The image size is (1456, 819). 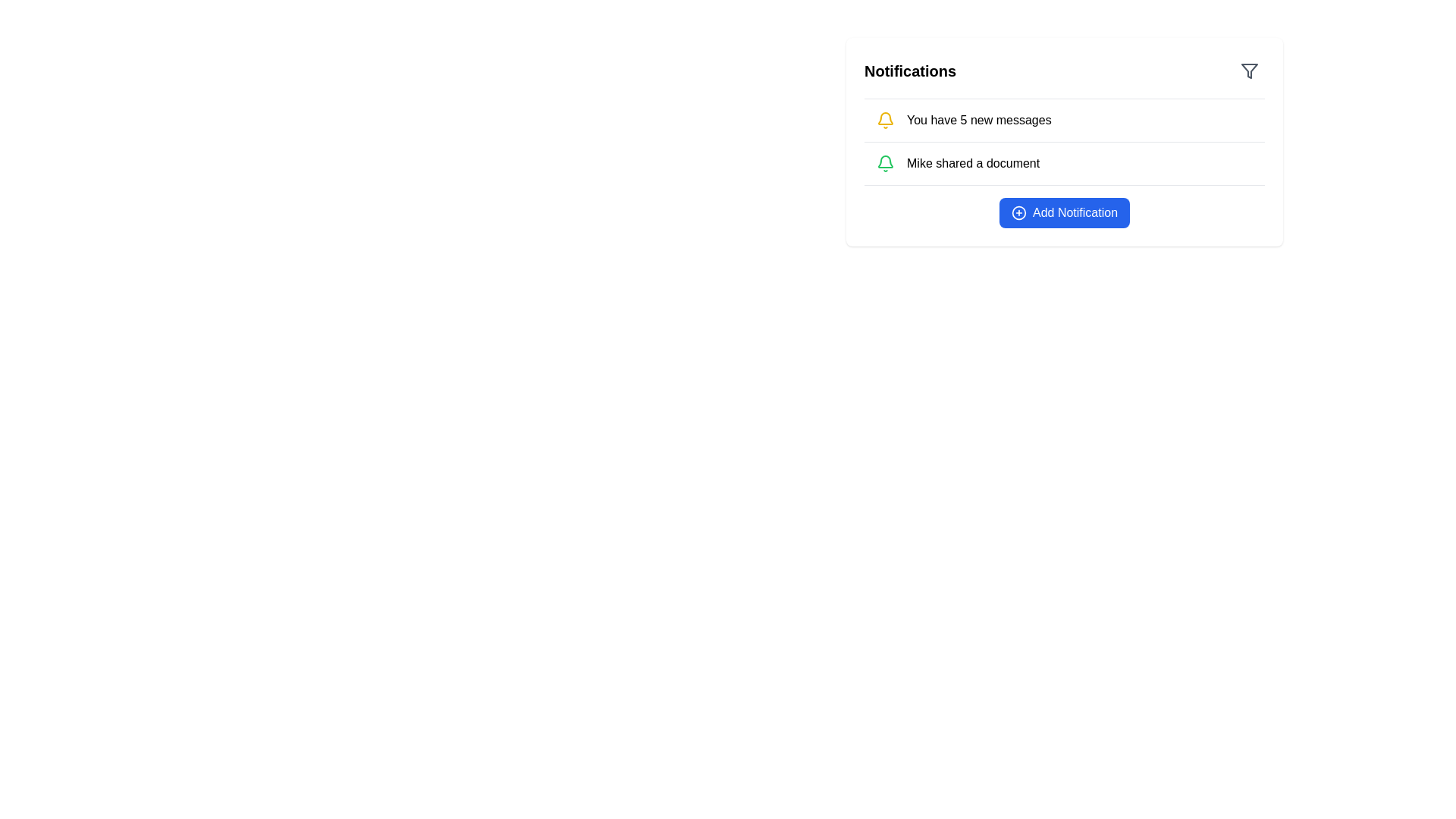 What do you see at coordinates (979, 119) in the screenshot?
I see `notification text that states 'You have 5 new messages', which is positioned next to a yellow bell icon in the notification list` at bounding box center [979, 119].